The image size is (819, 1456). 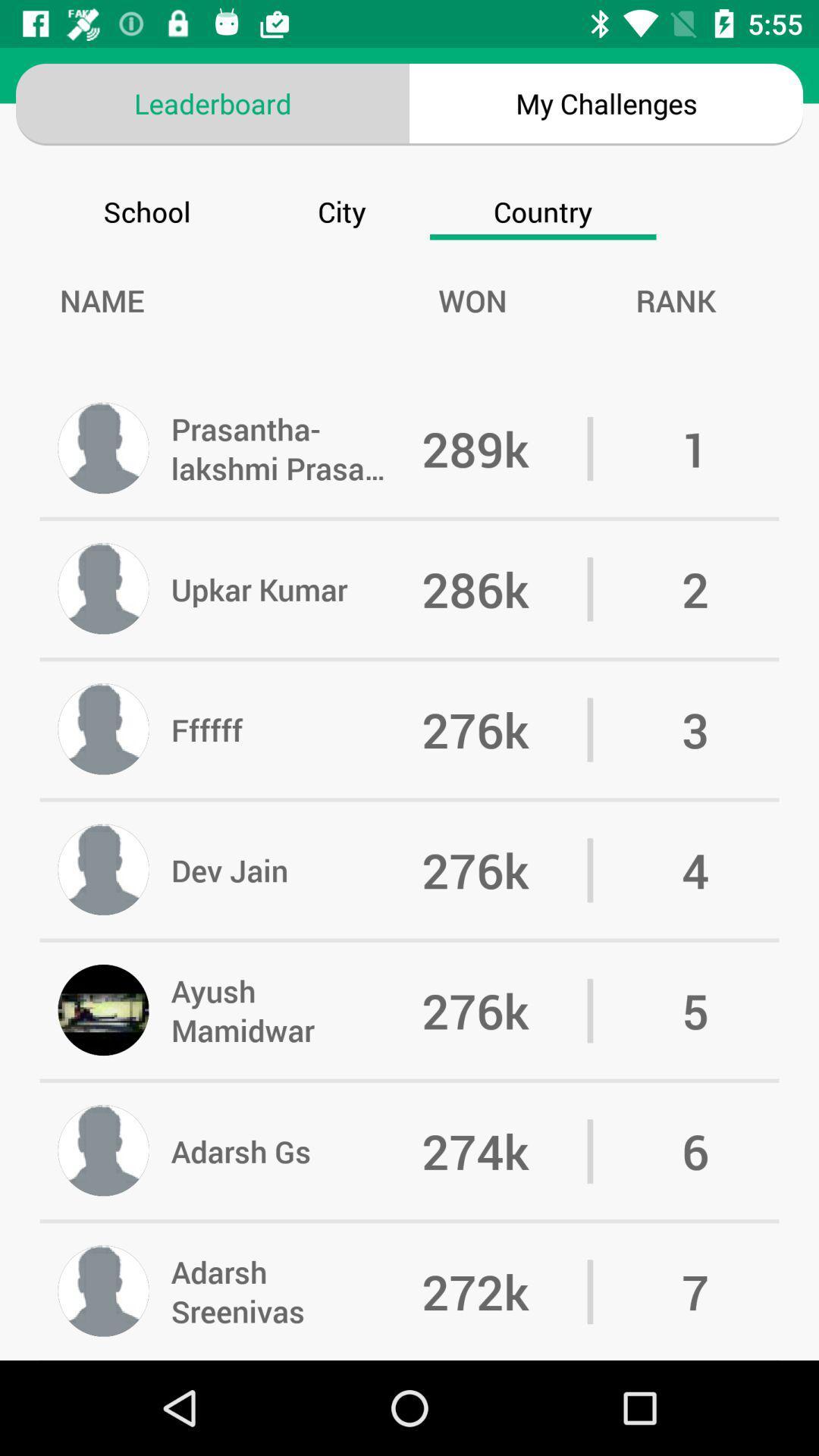 I want to click on leaderboard, so click(x=212, y=102).